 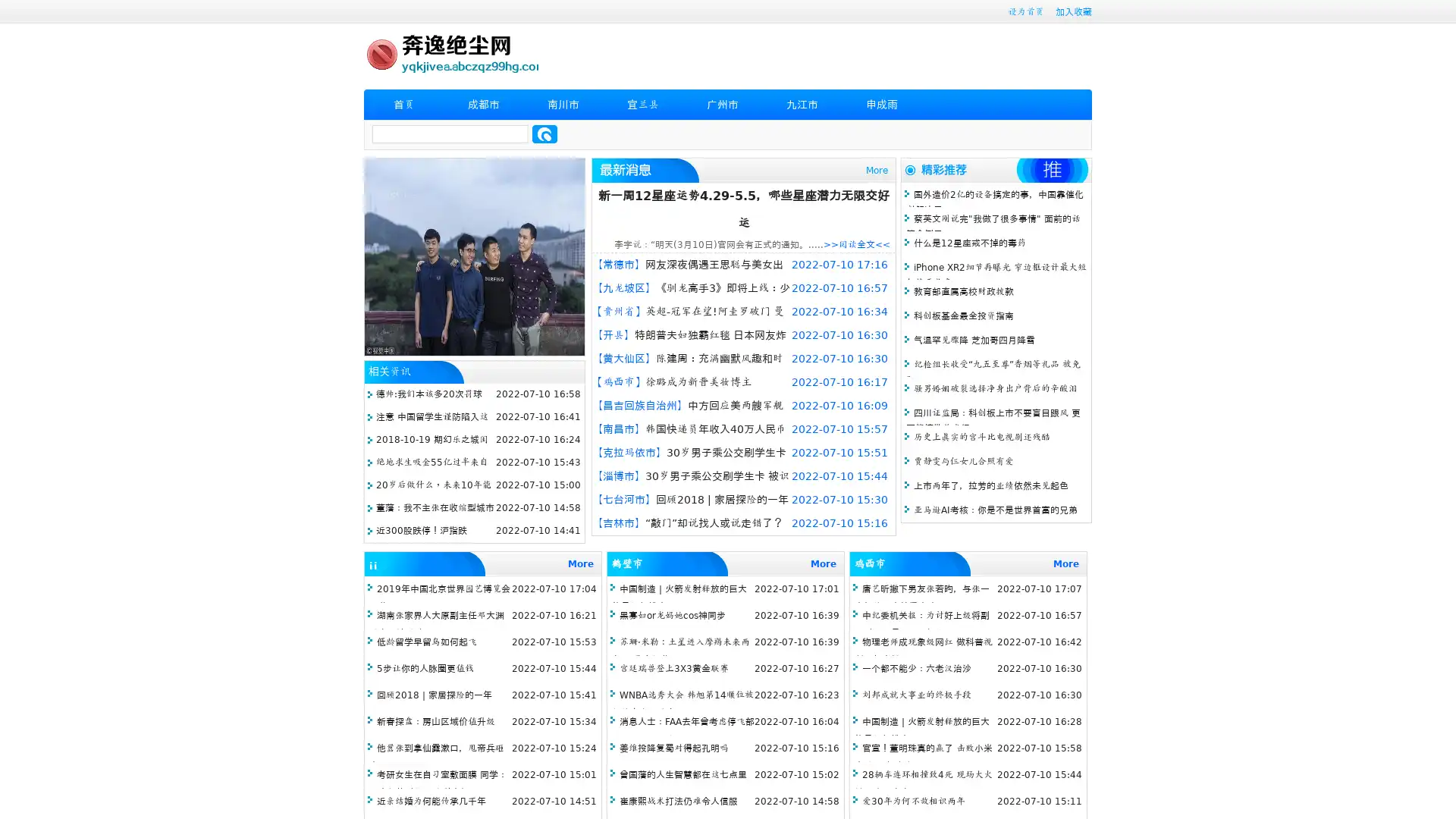 I want to click on Search, so click(x=544, y=133).